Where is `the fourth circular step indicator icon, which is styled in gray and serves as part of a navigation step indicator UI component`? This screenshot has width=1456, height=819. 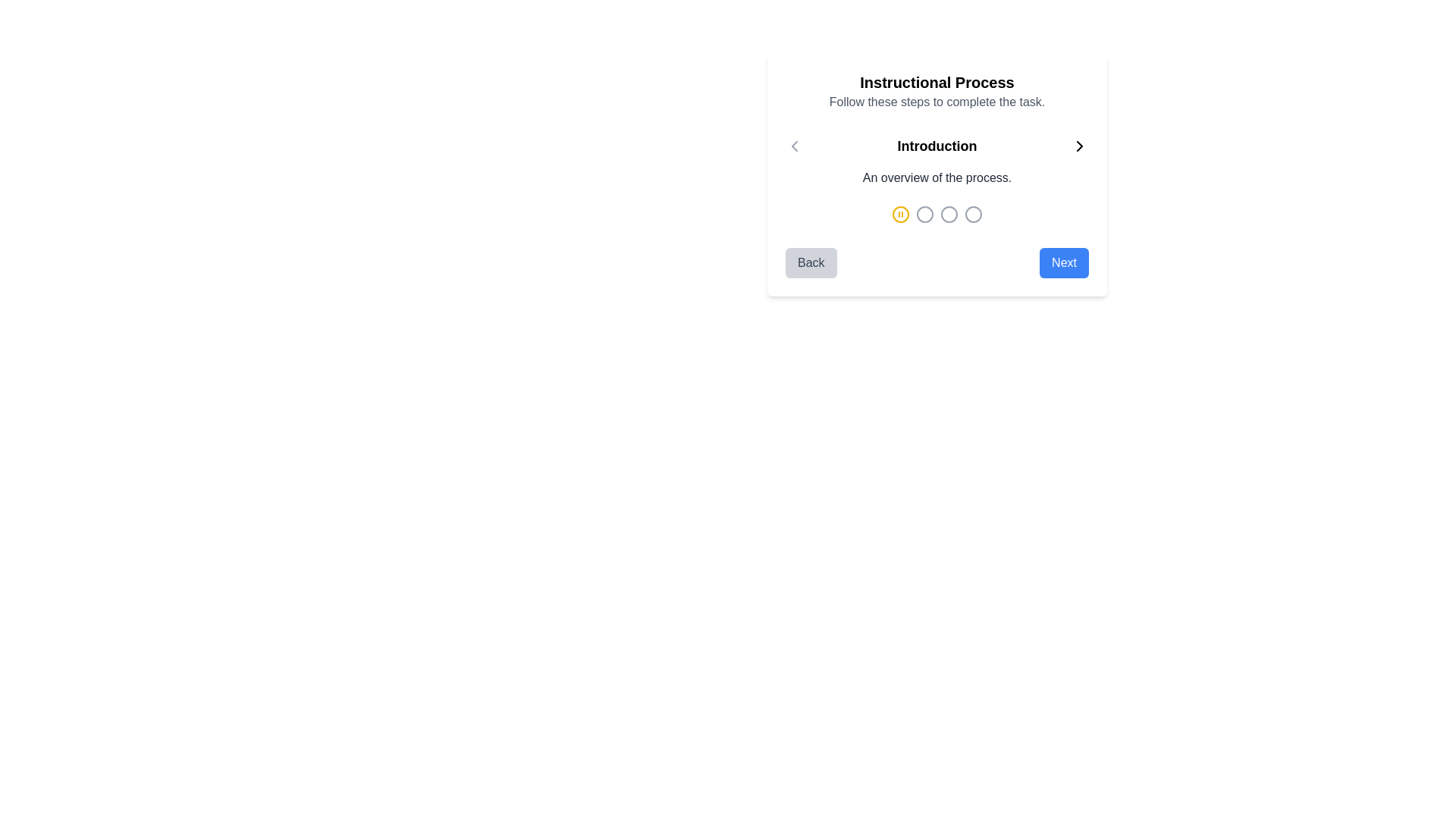 the fourth circular step indicator icon, which is styled in gray and serves as part of a navigation step indicator UI component is located at coordinates (973, 214).